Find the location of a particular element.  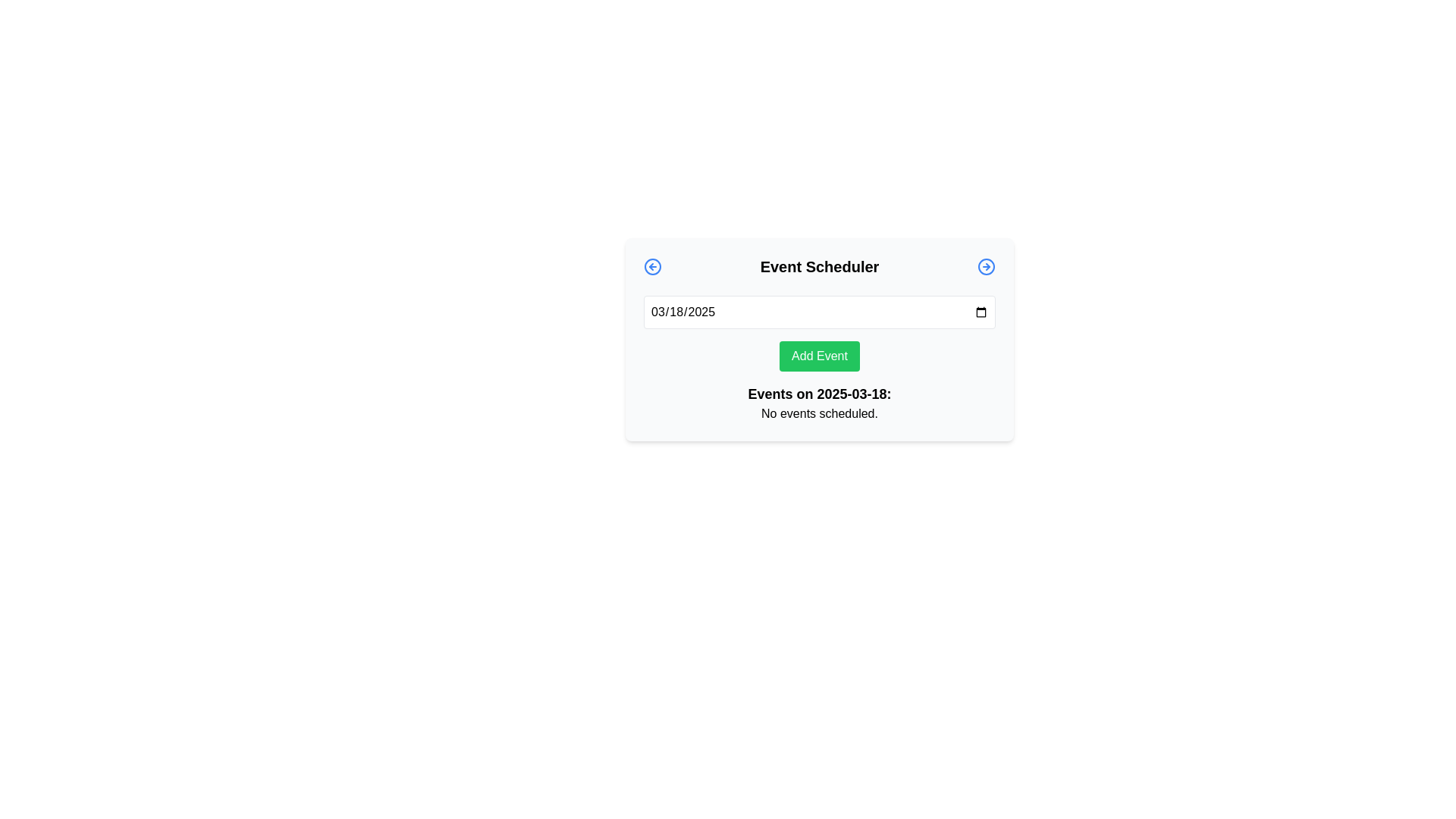

the 'Add Event' button located centrally below the date input field in the 'Event Scheduler' is located at coordinates (818, 338).